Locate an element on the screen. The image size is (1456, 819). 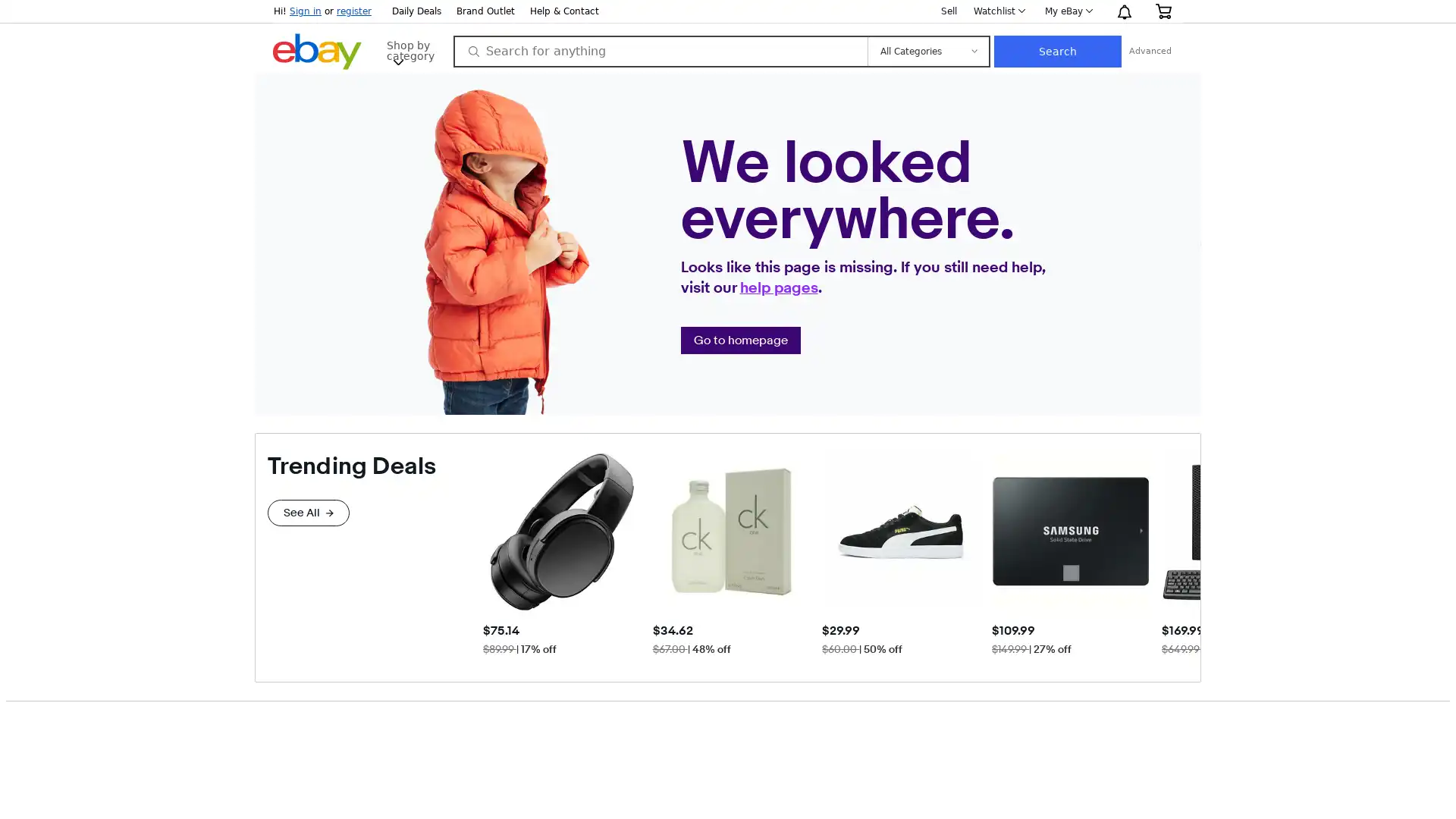
Previous Slide is located at coordinates (494, 553).